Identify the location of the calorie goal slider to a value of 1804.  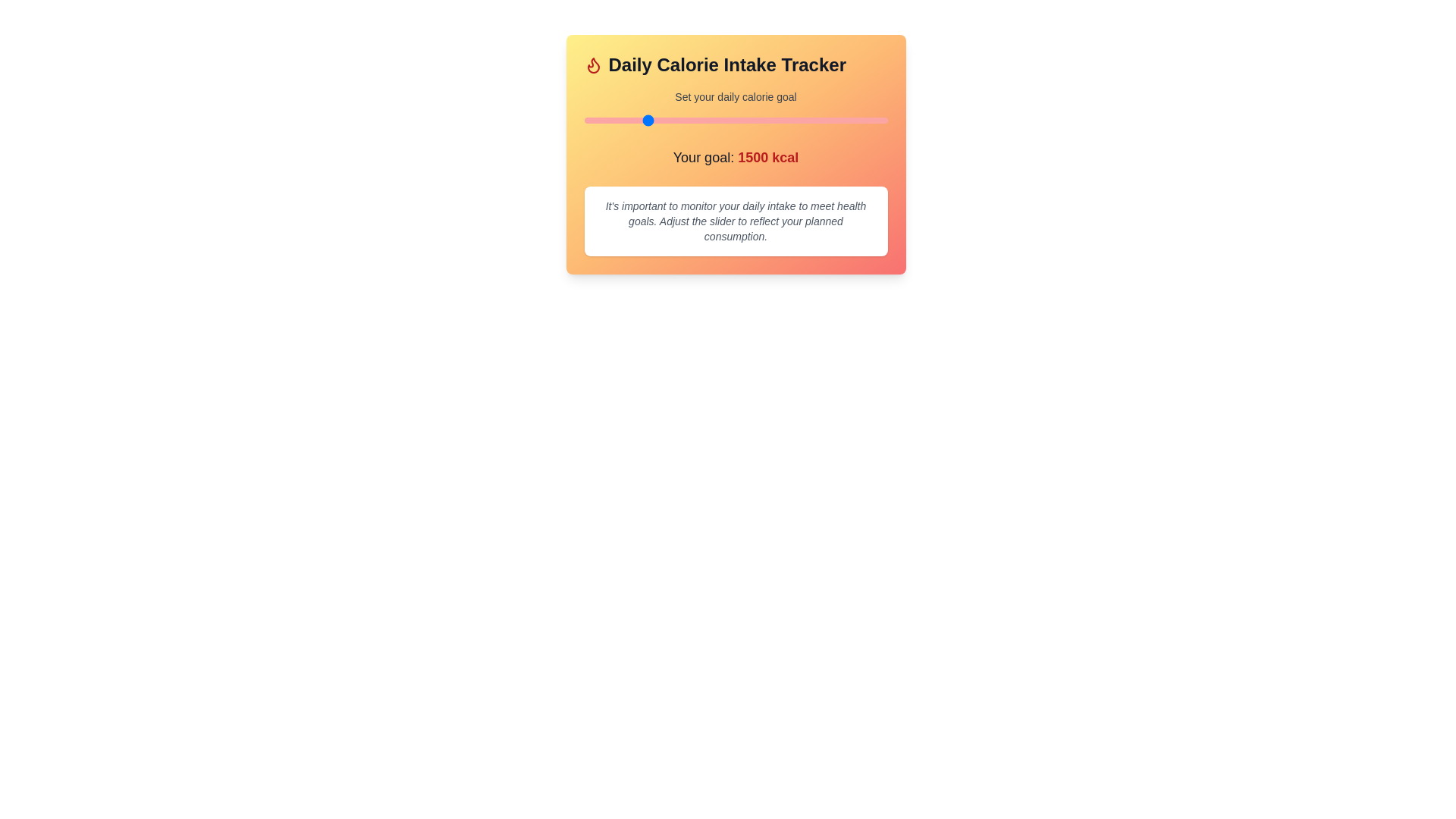
(681, 119).